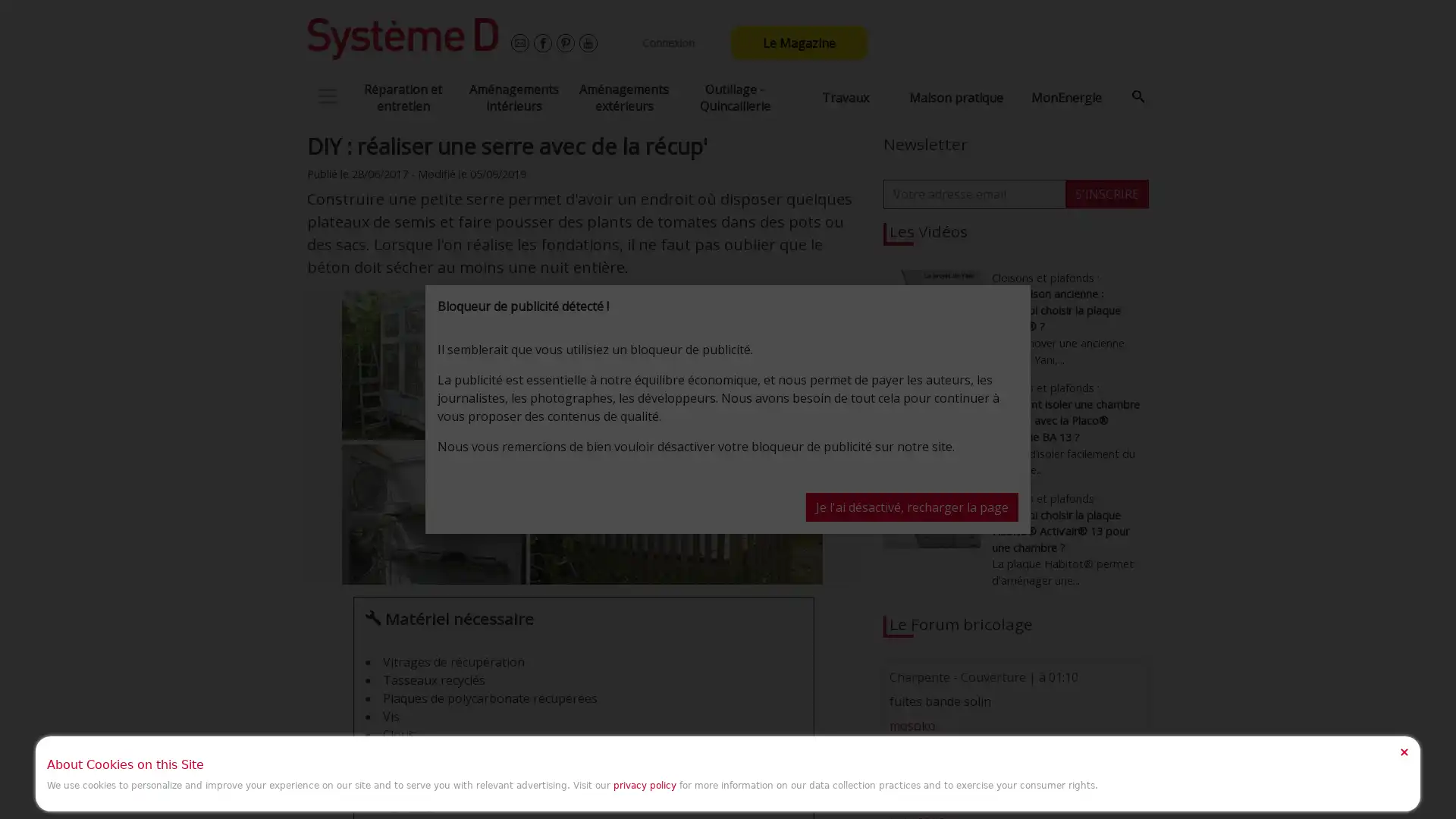 The width and height of the screenshot is (1456, 819). Describe the element at coordinates (1106, 192) in the screenshot. I see `S'INSCRIRE` at that location.